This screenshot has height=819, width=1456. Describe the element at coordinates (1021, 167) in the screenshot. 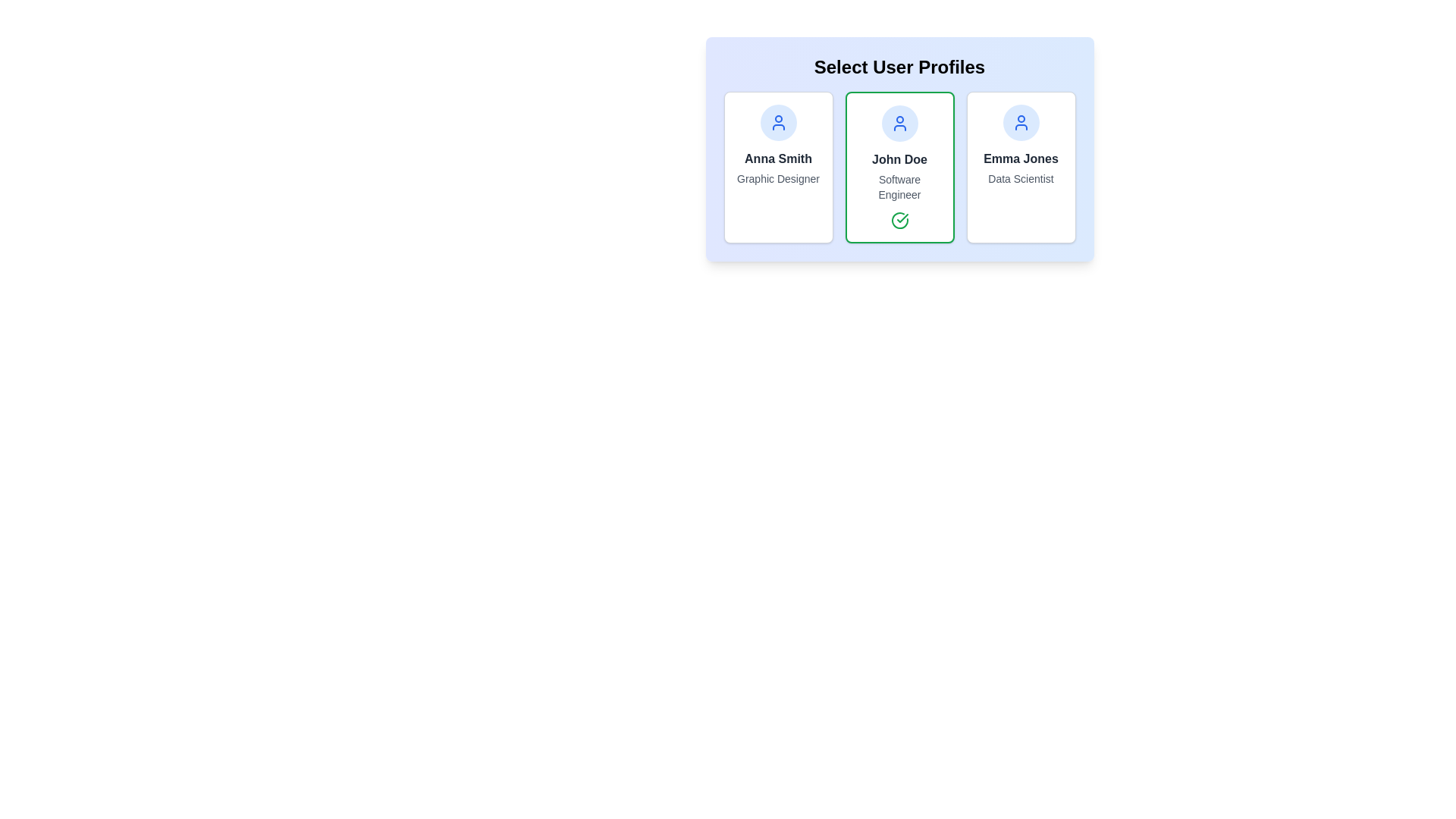

I see `the user profile Emma Jones` at that location.